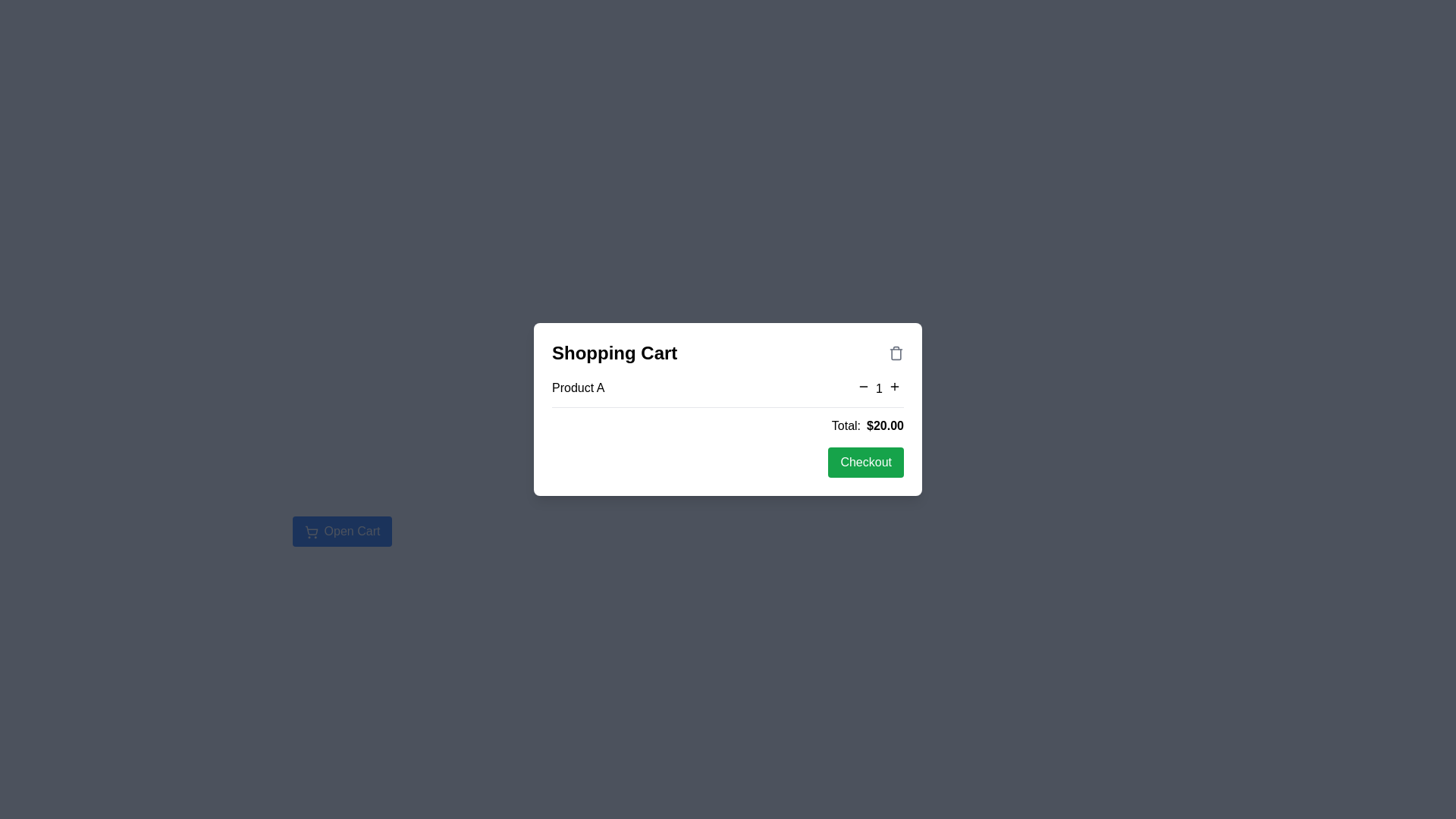  Describe the element at coordinates (864, 385) in the screenshot. I see `the decrement Icon button located to the left of the quantity indicator in the shopping cart section to decrease the quantity of the associated product` at that location.